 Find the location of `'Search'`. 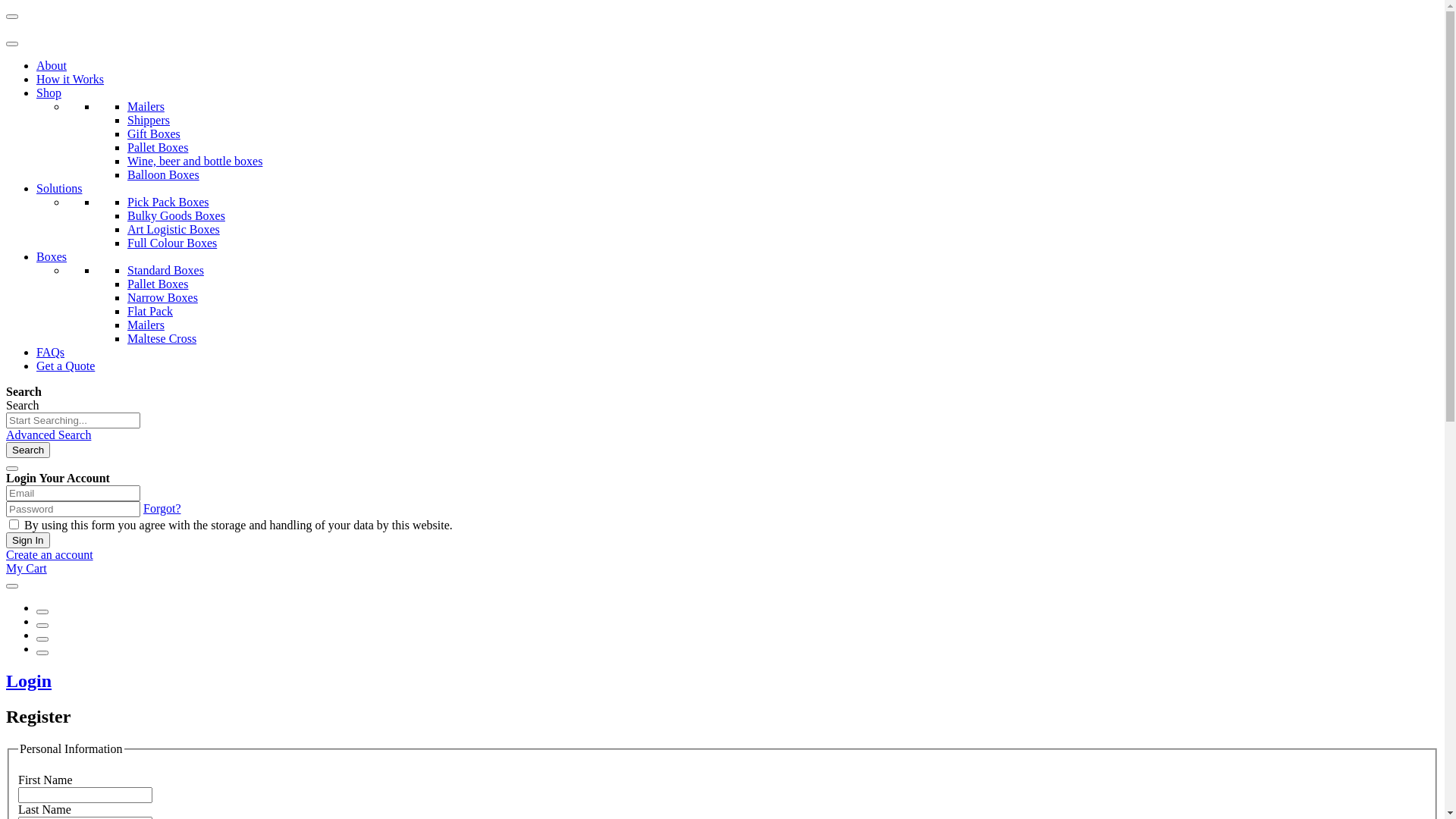

'Search' is located at coordinates (28, 449).